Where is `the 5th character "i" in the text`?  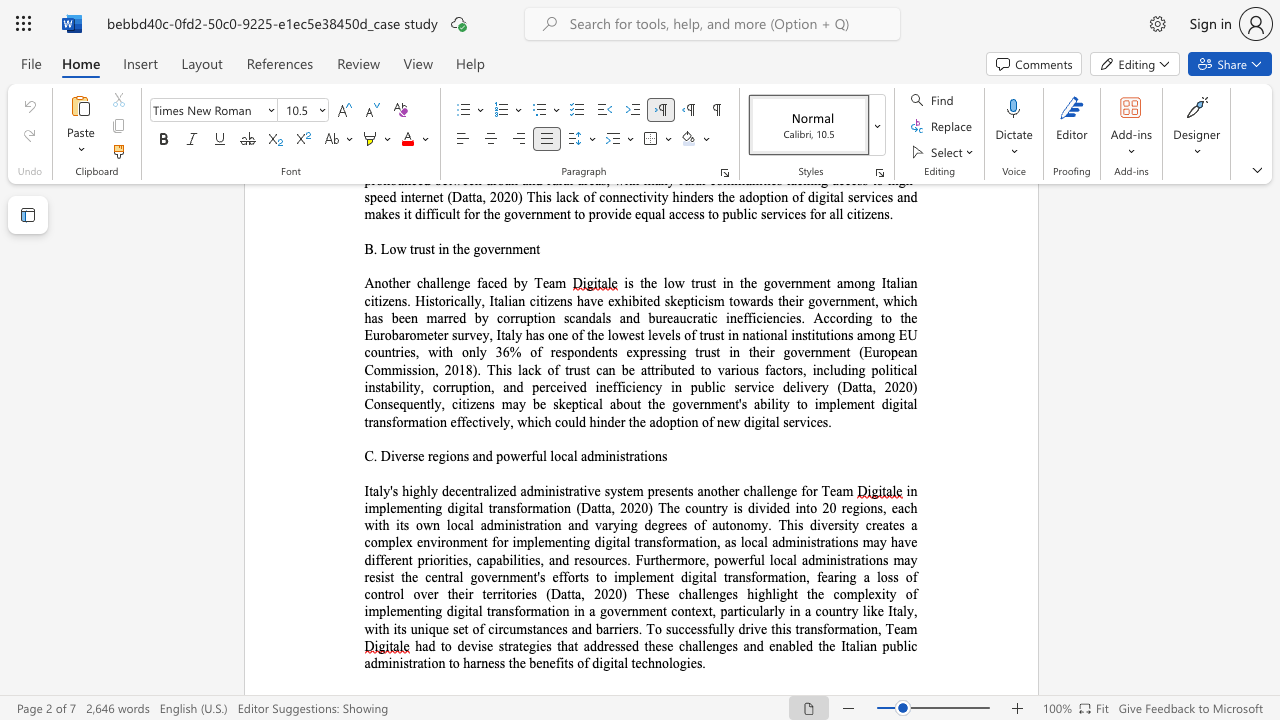 the 5th character "i" in the text is located at coordinates (840, 577).